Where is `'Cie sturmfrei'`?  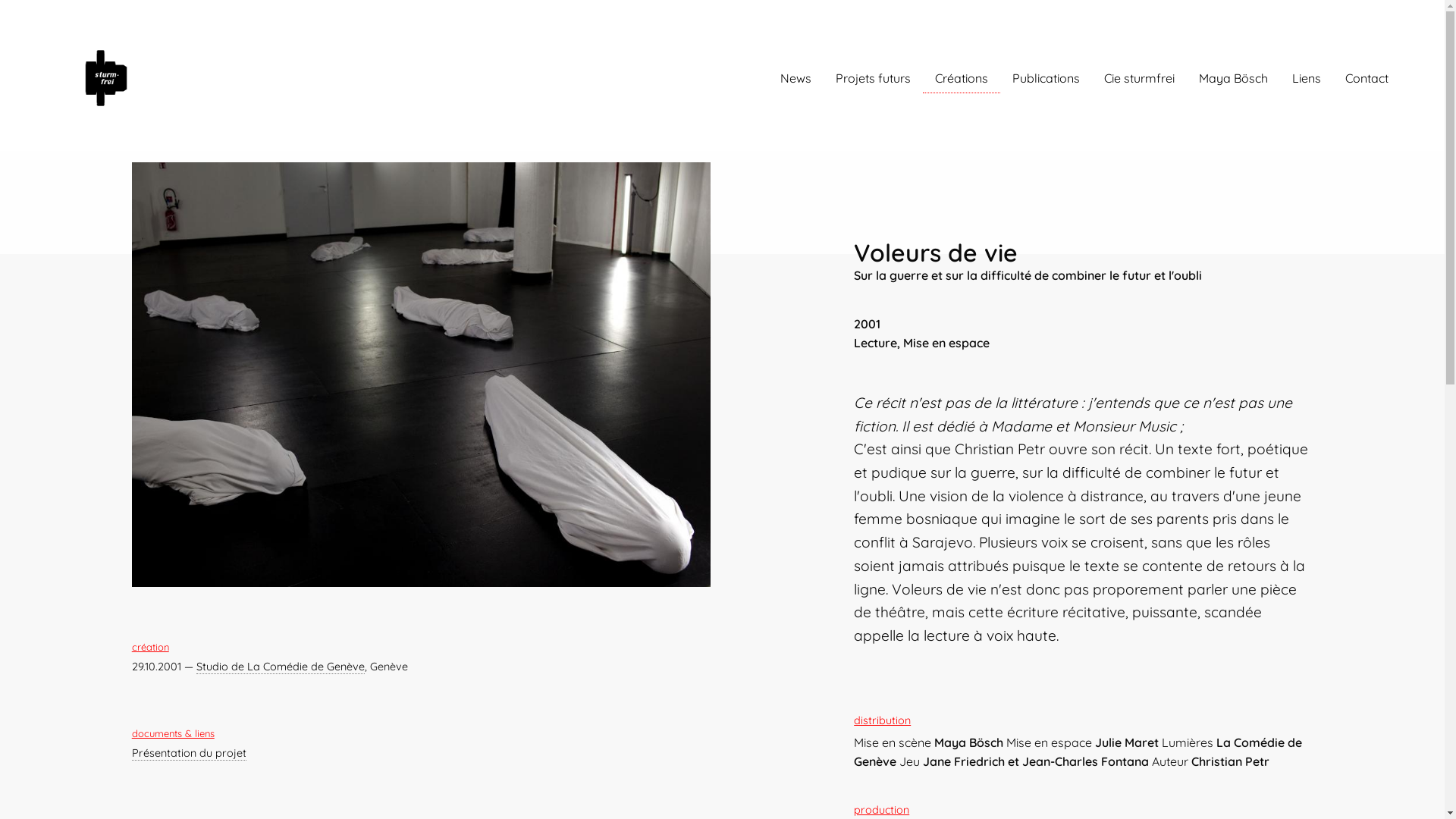
'Cie sturmfrei' is located at coordinates (1139, 78).